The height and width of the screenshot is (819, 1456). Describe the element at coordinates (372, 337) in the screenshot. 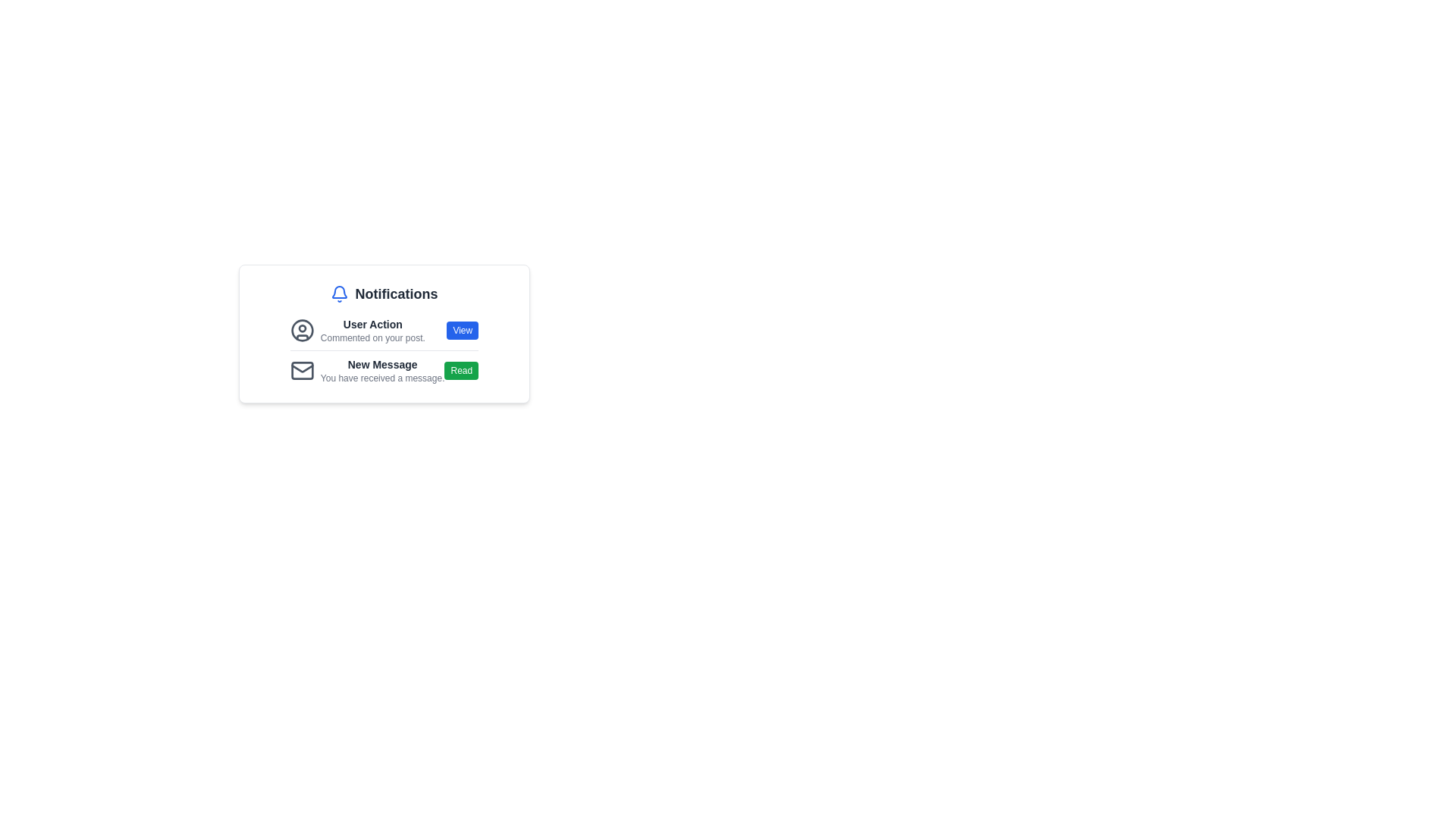

I see `text label displaying 'Commented on your post.' which is styled in gray and positioned below 'User Action.'` at that location.